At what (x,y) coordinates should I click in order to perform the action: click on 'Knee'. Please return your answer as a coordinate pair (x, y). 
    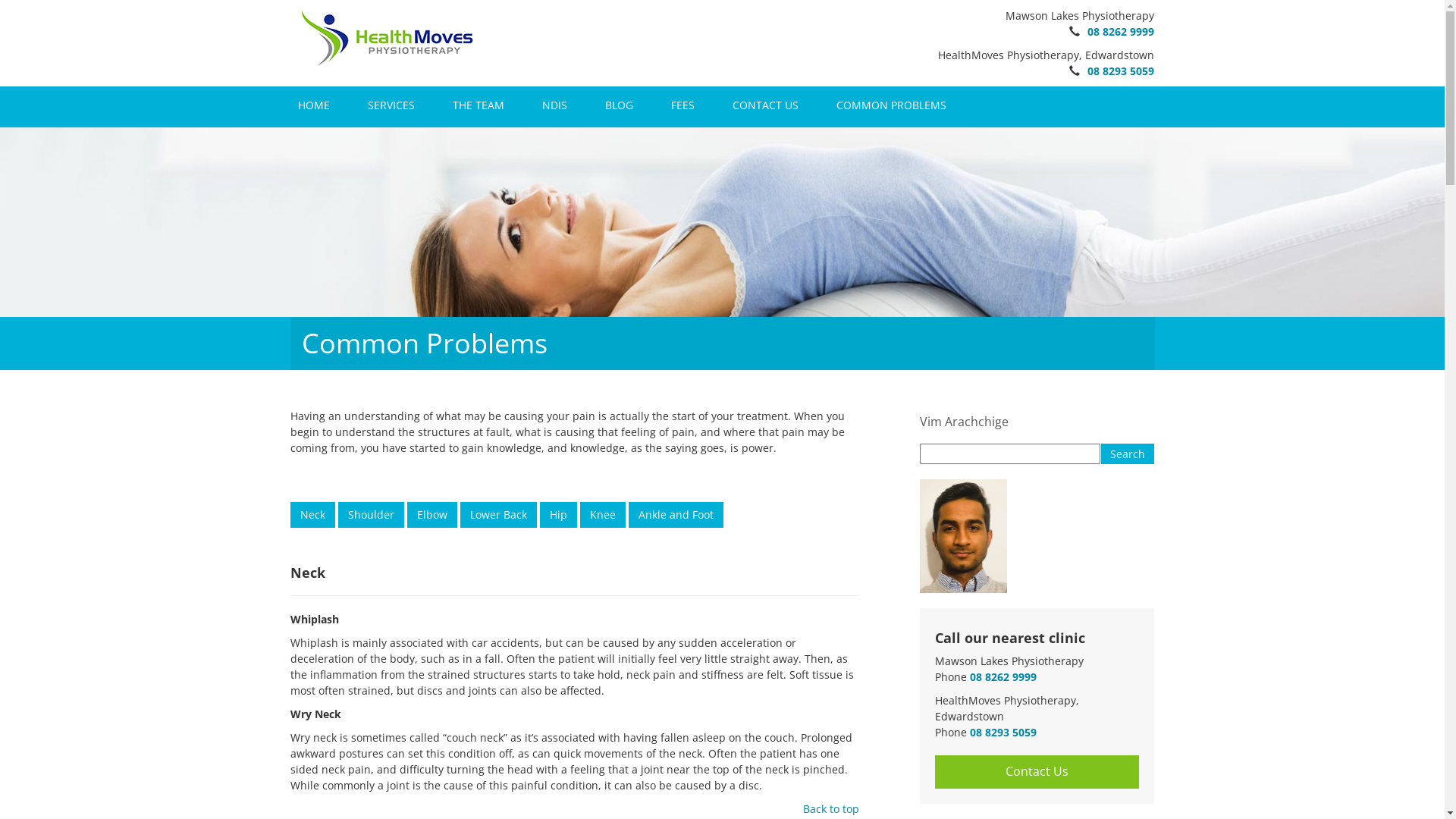
    Looking at the image, I should click on (601, 505).